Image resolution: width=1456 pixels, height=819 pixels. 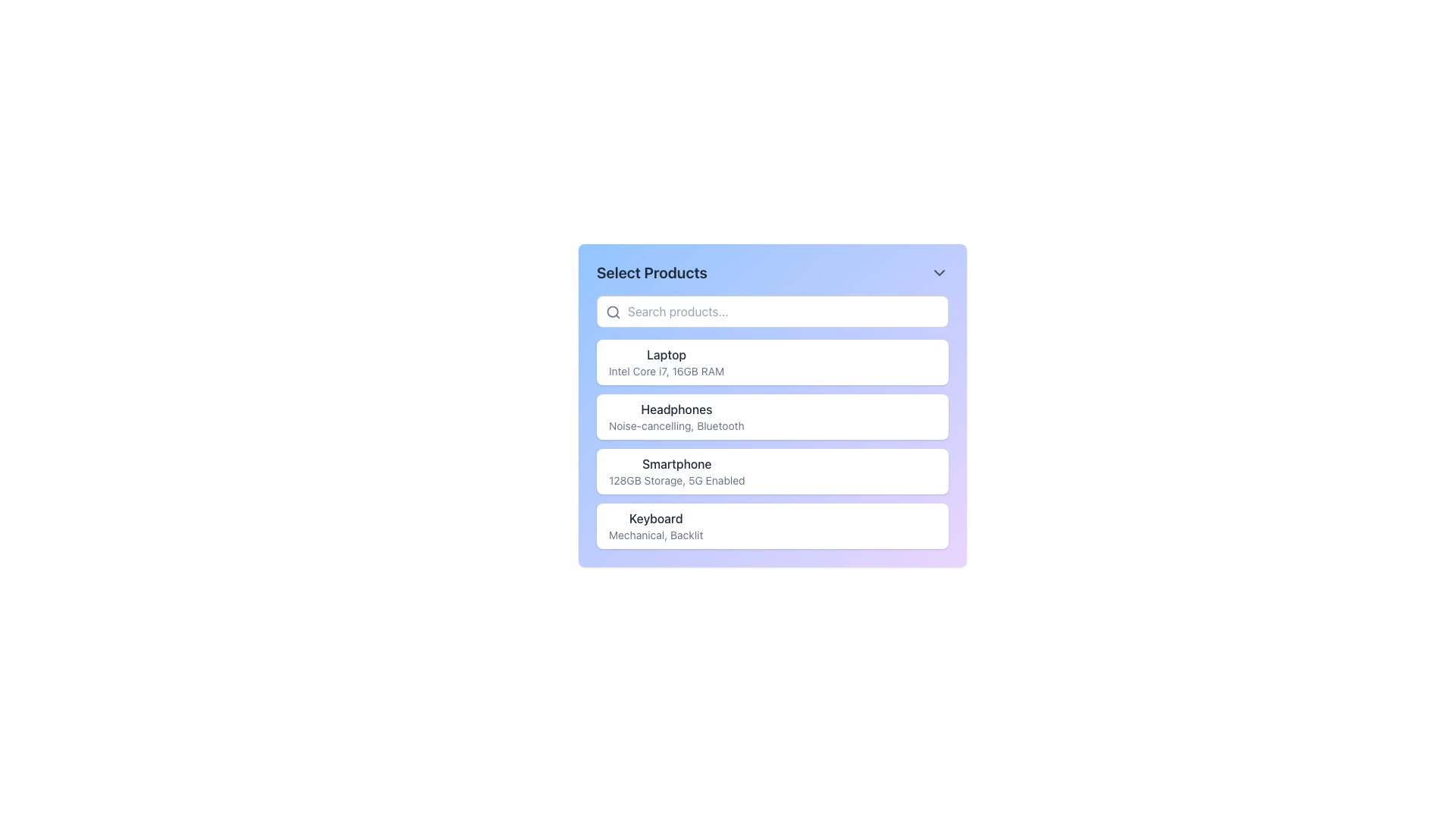 I want to click on the text element that reads 'Intel Core i7, 16GB RAM', which is styled in a small muted gray font and located beneath the 'Laptop' label, so click(x=666, y=371).